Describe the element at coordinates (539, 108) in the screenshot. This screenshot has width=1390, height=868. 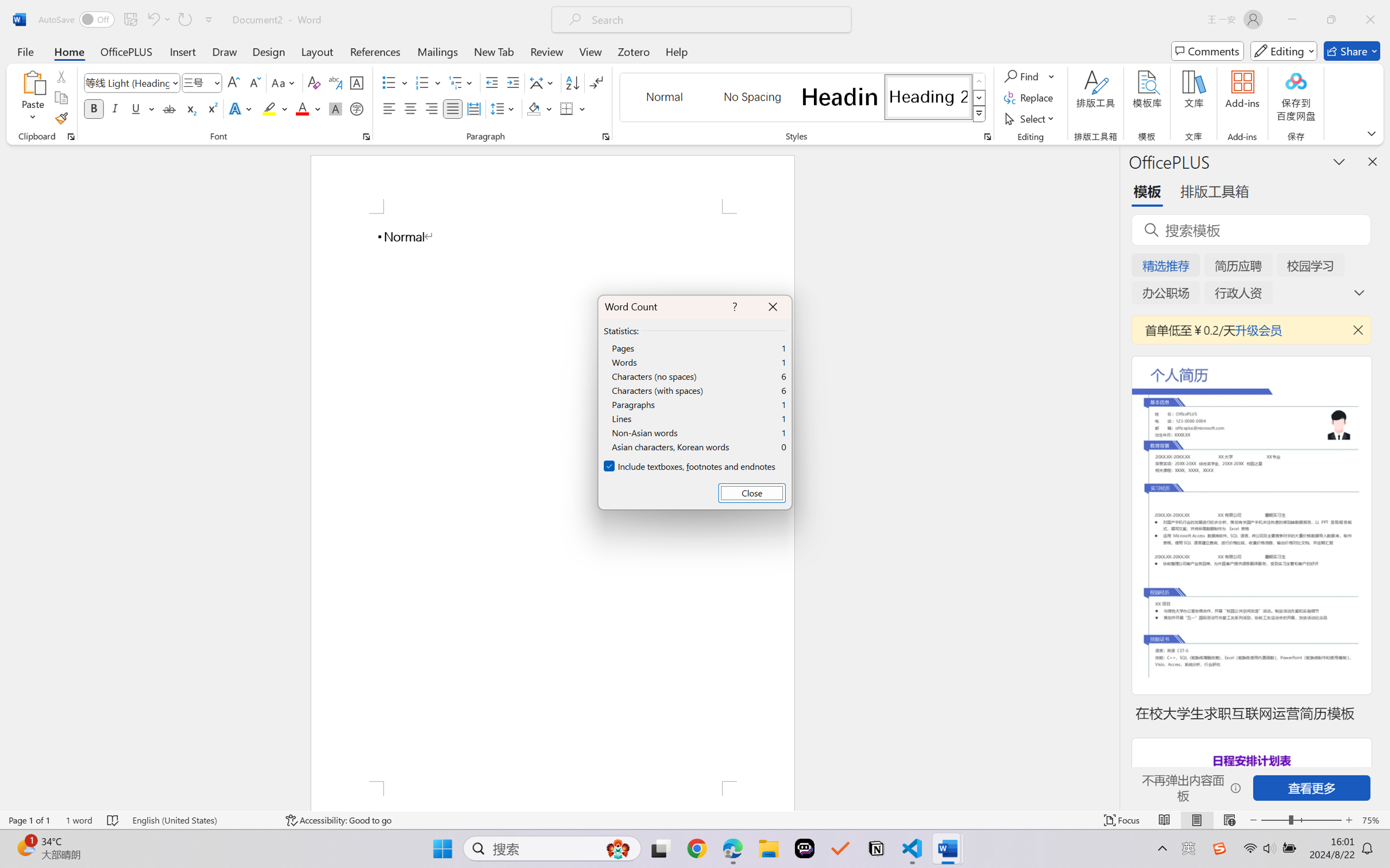
I see `'Shading'` at that location.